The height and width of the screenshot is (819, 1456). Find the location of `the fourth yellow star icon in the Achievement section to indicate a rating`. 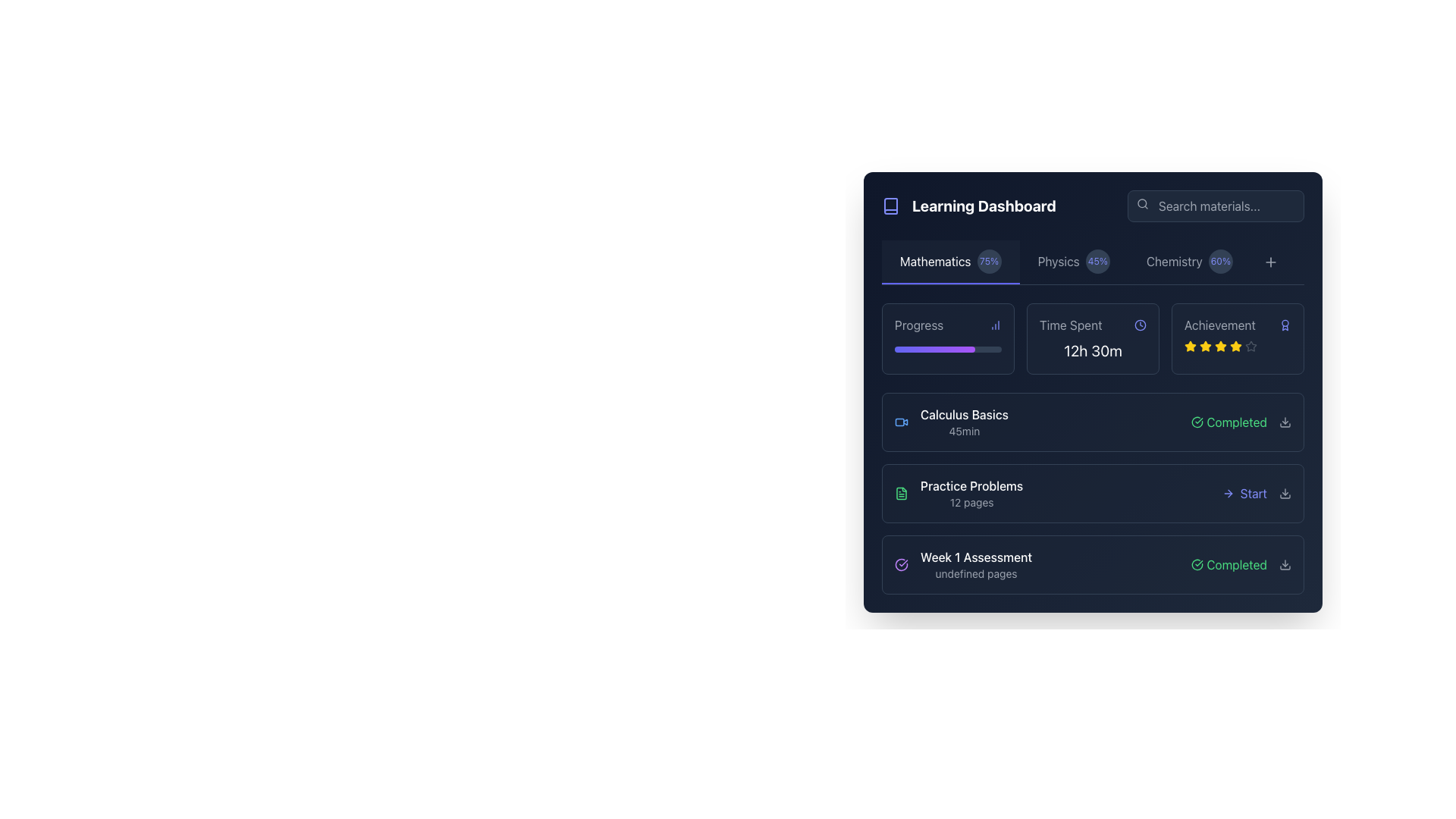

the fourth yellow star icon in the Achievement section to indicate a rating is located at coordinates (1220, 346).